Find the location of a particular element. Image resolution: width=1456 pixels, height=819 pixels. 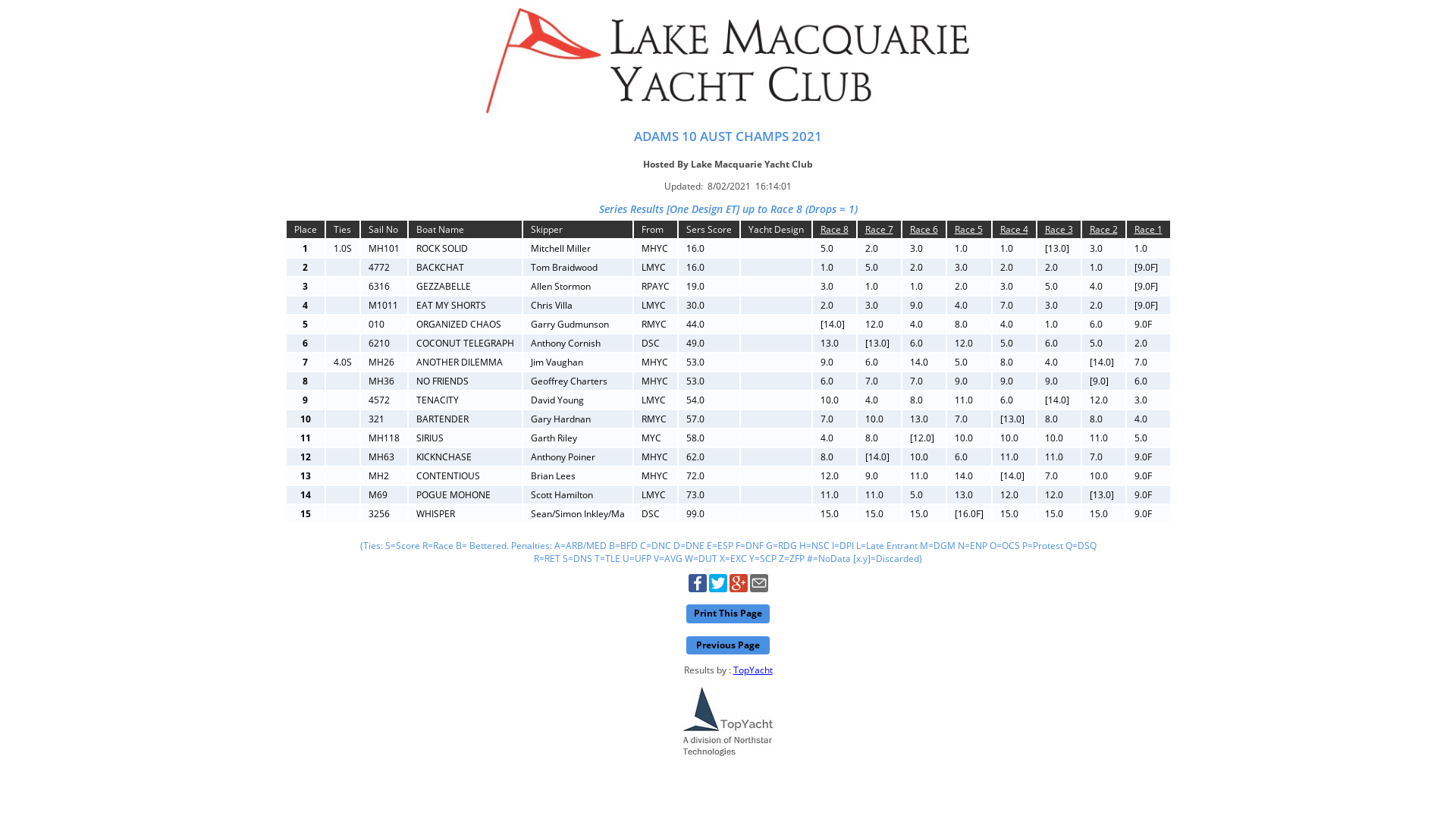

'Race 8' is located at coordinates (833, 229).